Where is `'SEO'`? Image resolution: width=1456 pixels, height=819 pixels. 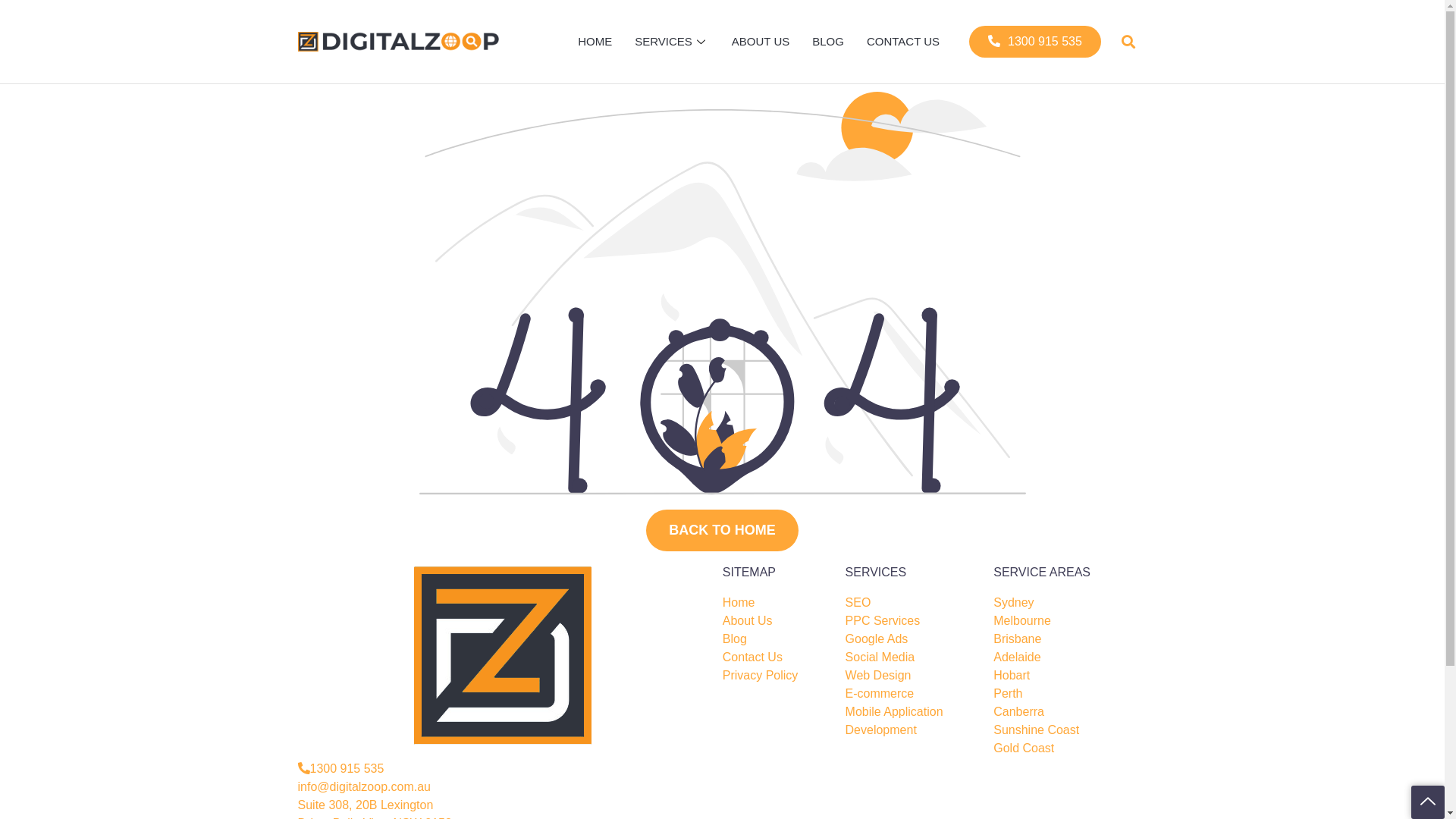 'SEO' is located at coordinates (858, 601).